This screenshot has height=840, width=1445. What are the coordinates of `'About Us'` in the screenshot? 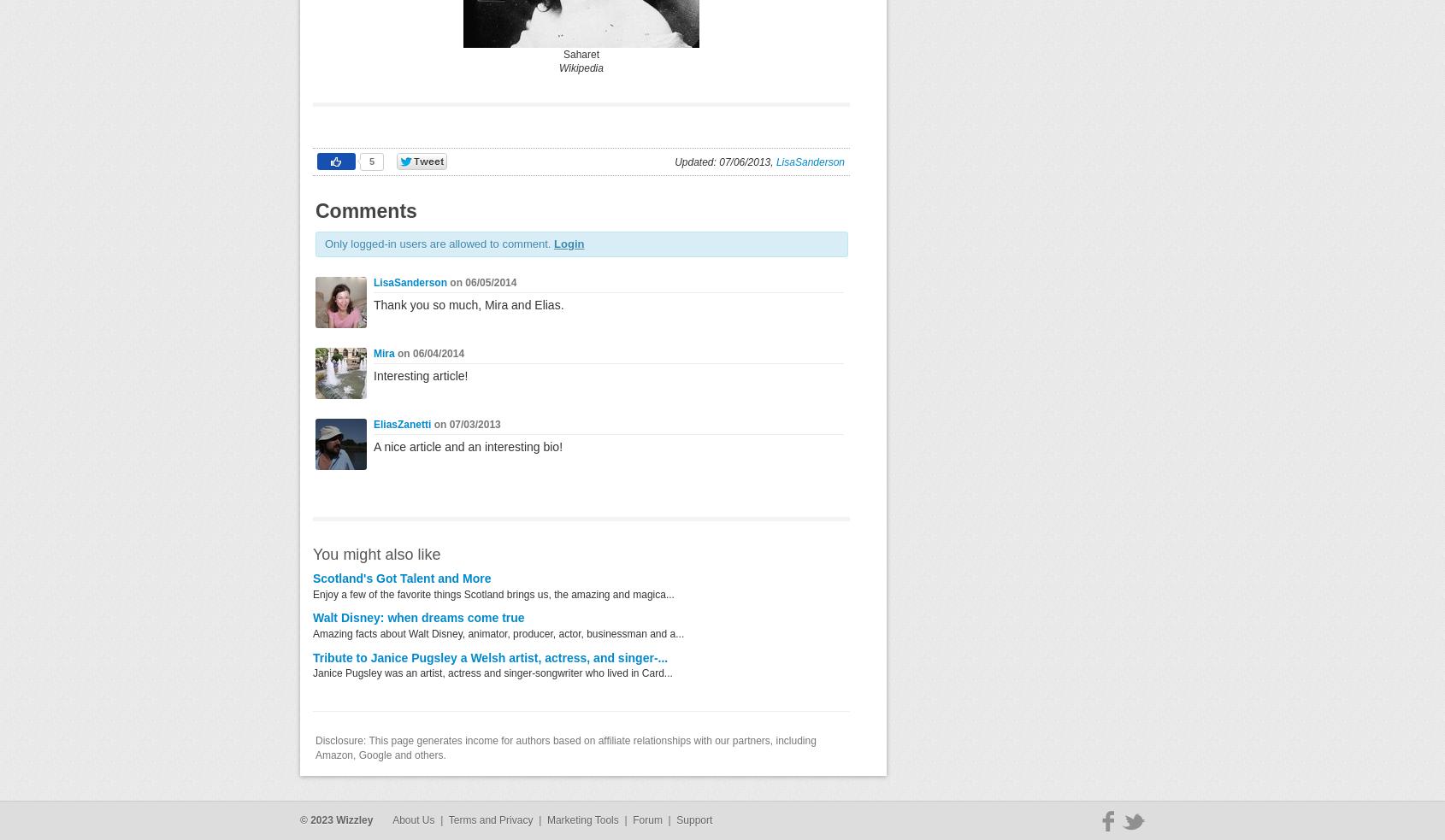 It's located at (413, 819).